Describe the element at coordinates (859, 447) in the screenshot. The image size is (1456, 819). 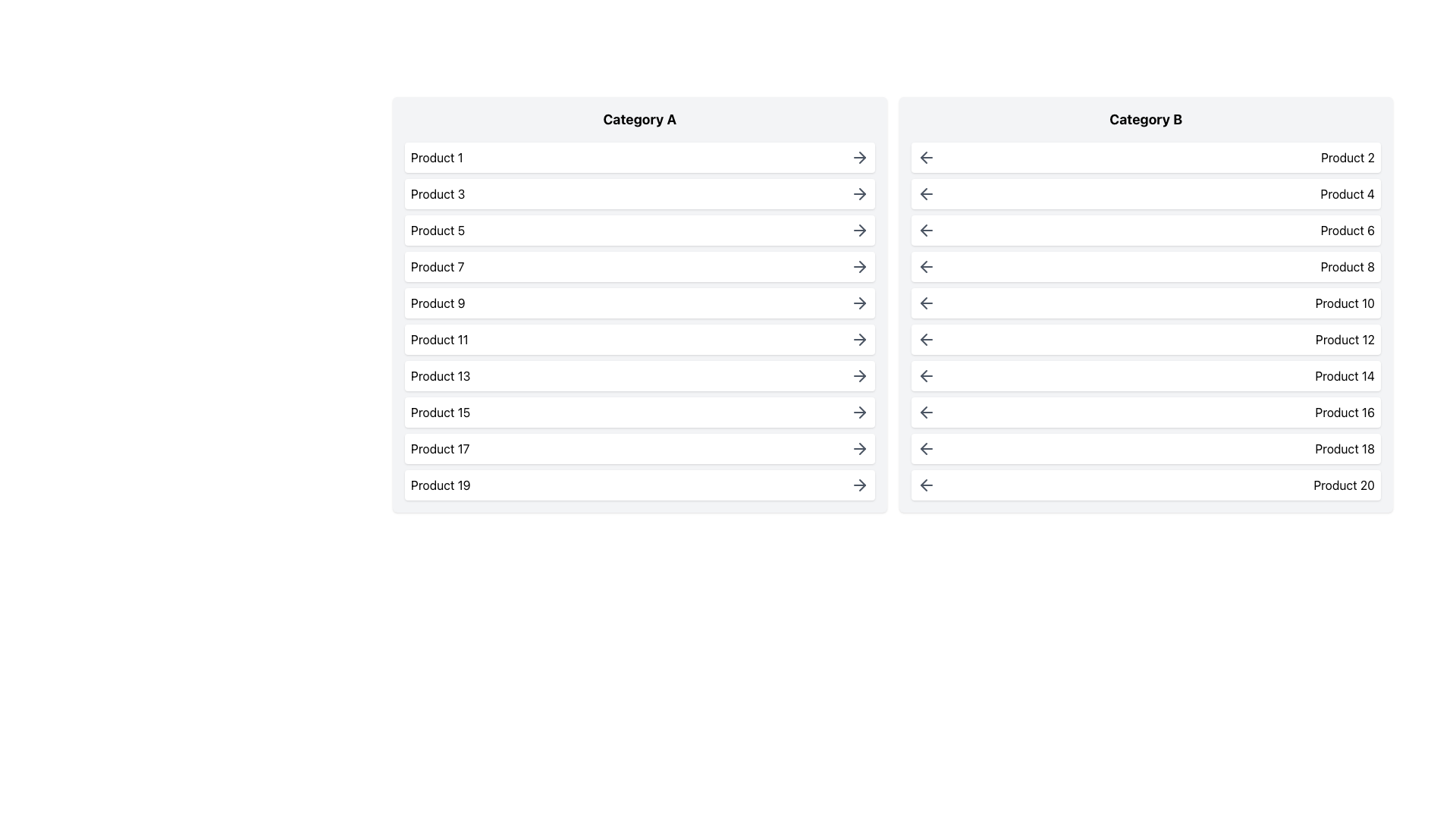
I see `the rightward arrow icon next to the 'Product 17' label in the 'Category A' section` at that location.